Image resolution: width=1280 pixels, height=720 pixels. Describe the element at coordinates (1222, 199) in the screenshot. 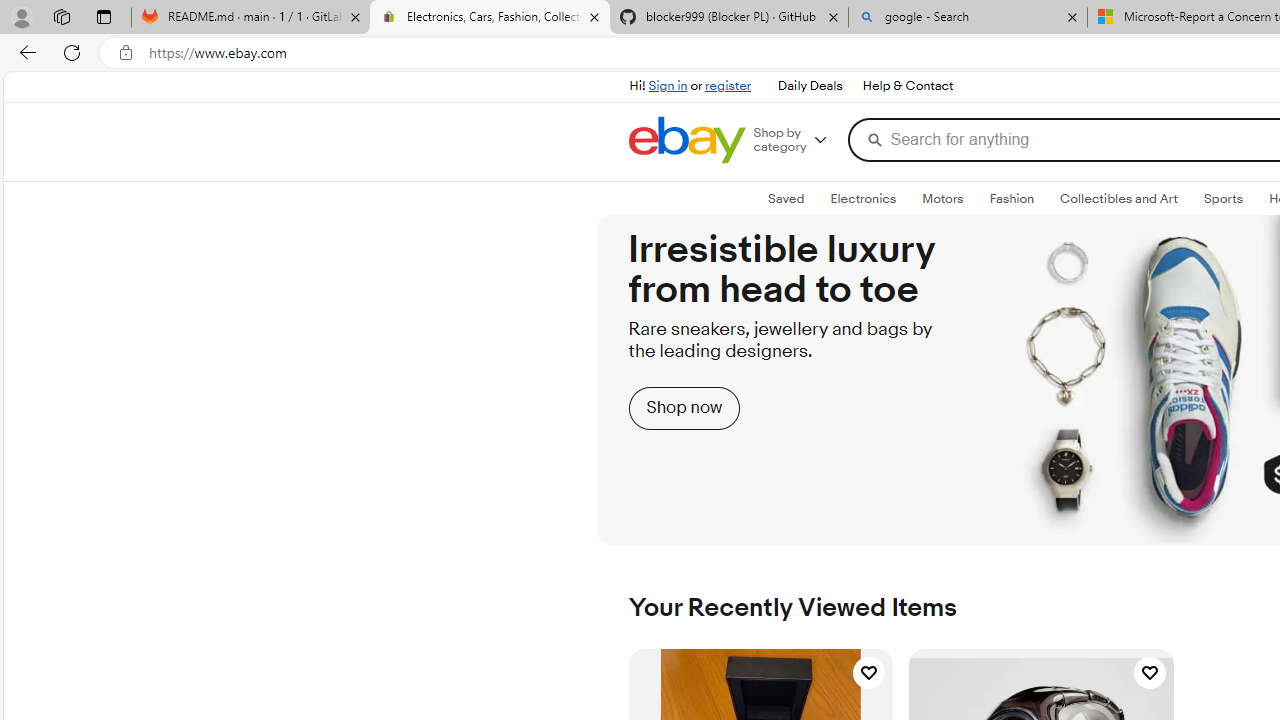

I see `'SportsExpand: Sports'` at that location.